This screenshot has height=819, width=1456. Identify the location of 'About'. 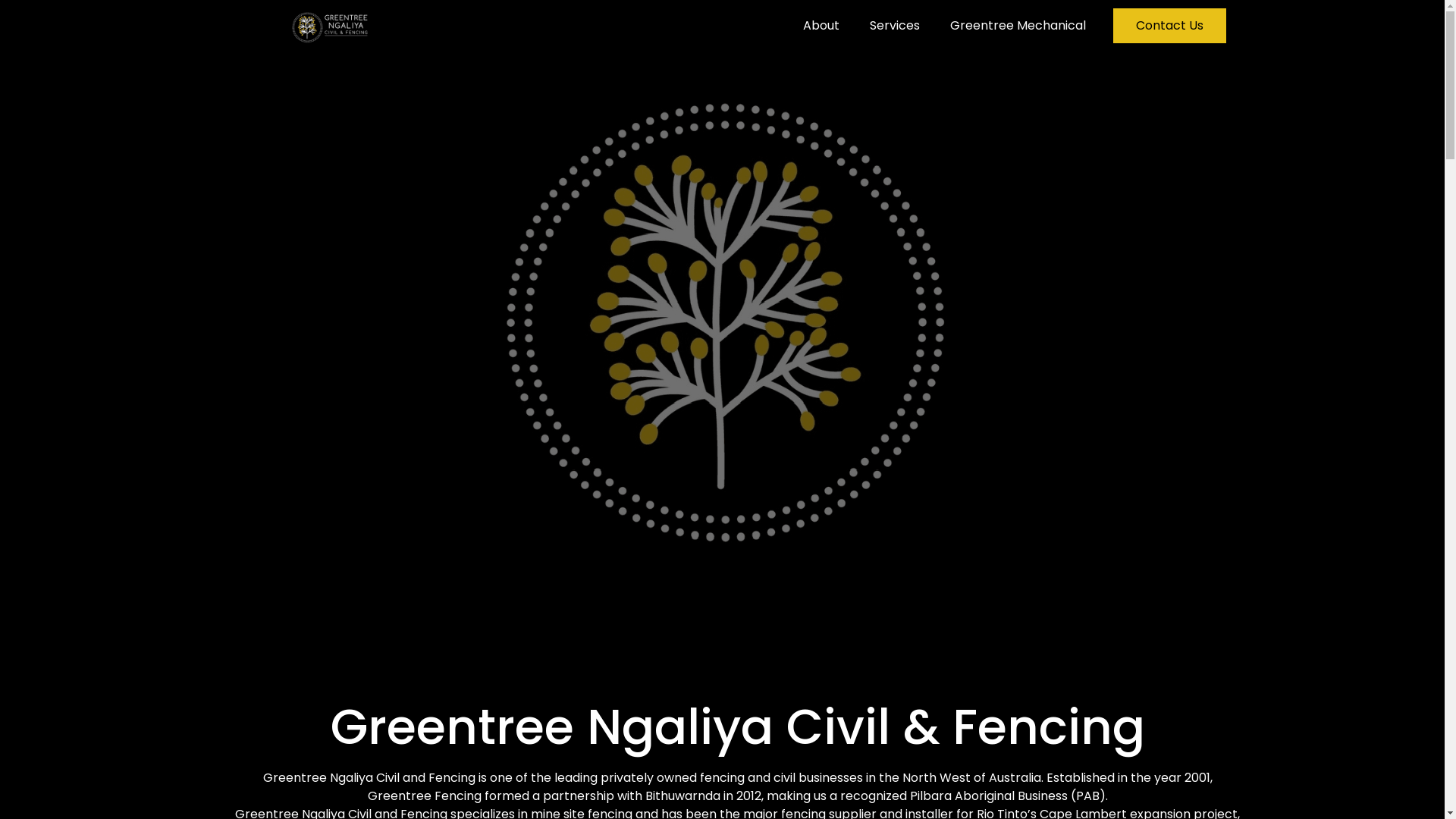
(821, 26).